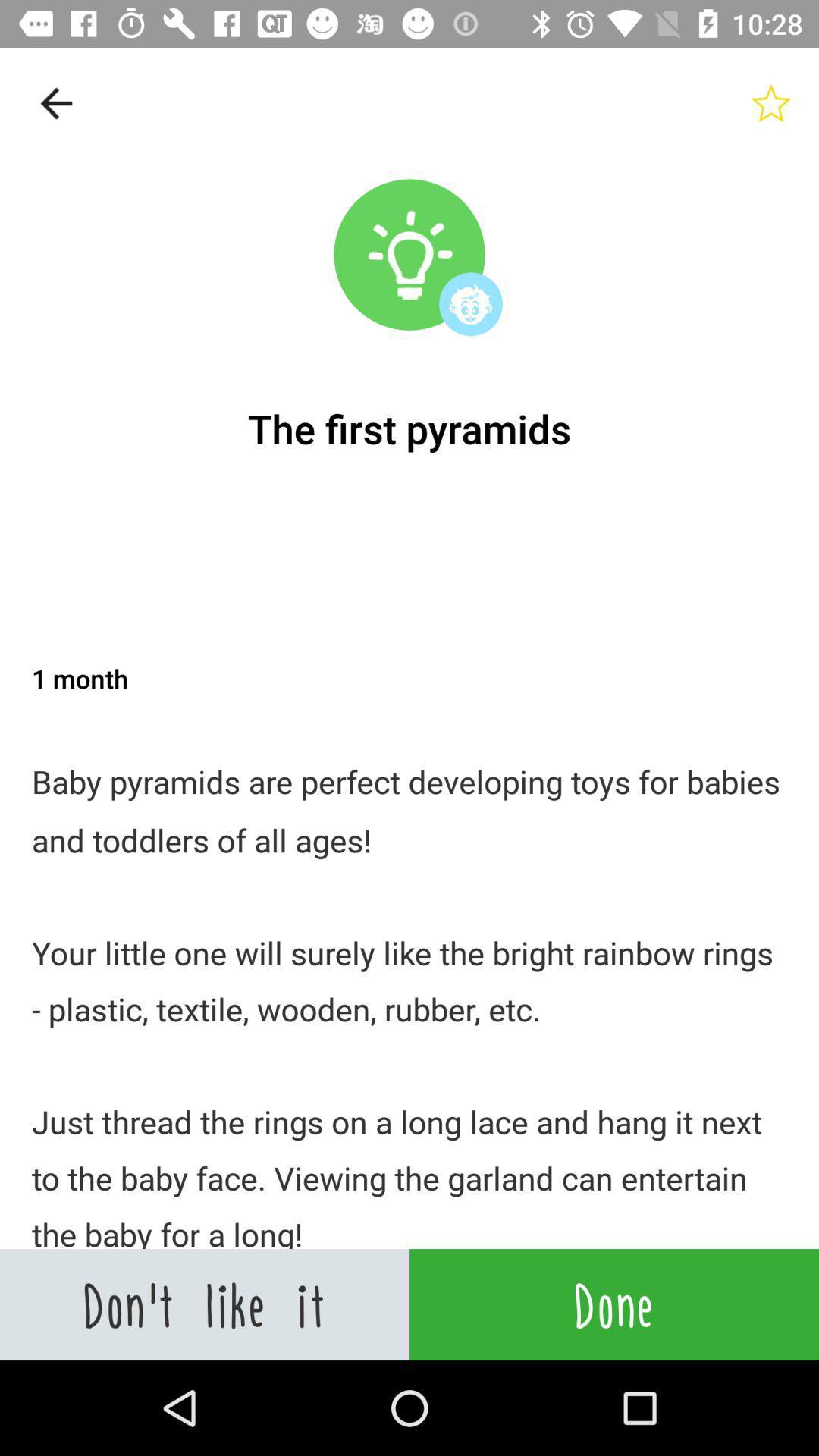 The width and height of the screenshot is (819, 1456). Describe the element at coordinates (771, 102) in the screenshot. I see `to favorites` at that location.